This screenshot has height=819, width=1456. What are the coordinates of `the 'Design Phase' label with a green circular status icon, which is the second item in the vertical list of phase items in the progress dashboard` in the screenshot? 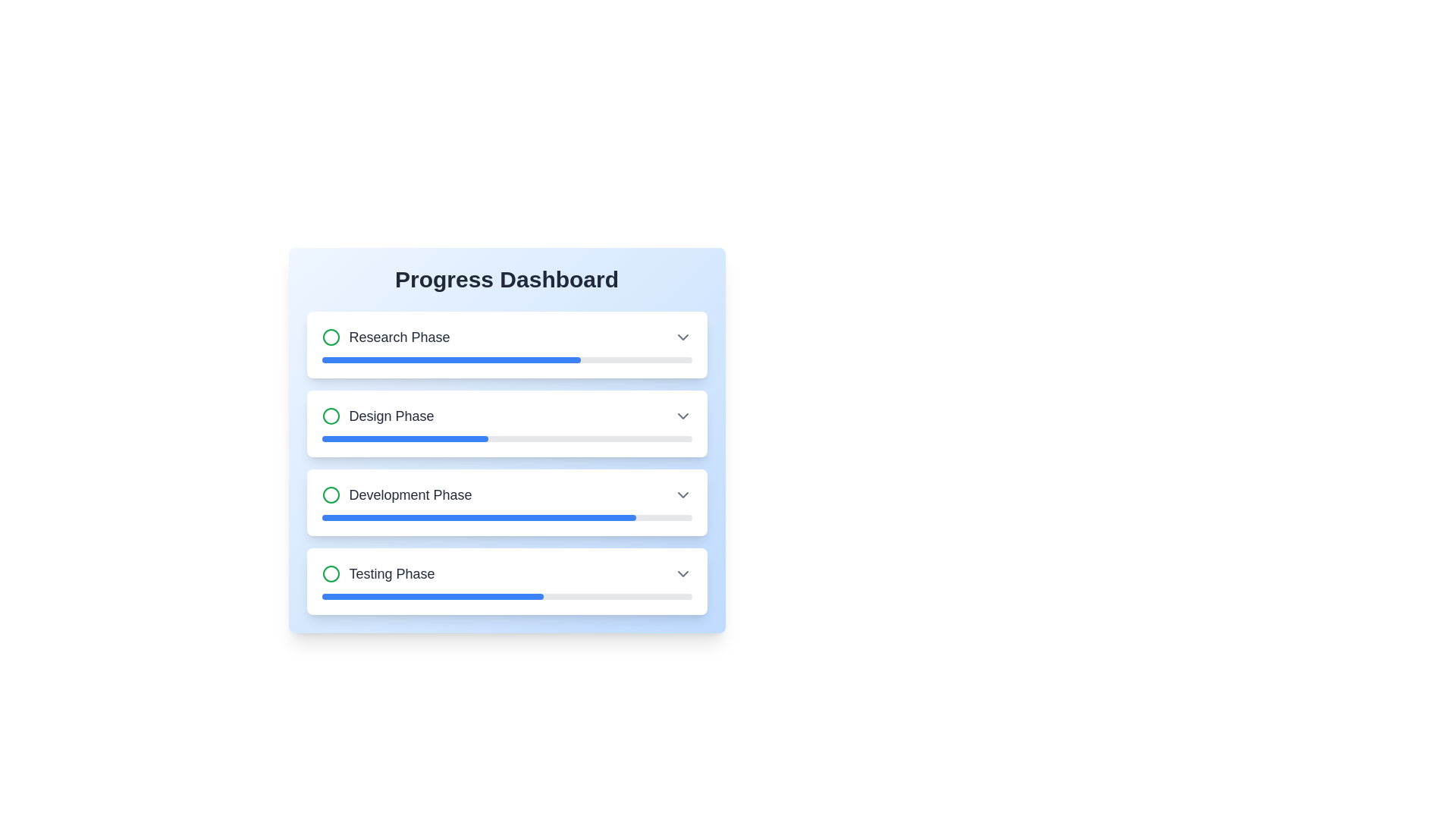 It's located at (378, 416).